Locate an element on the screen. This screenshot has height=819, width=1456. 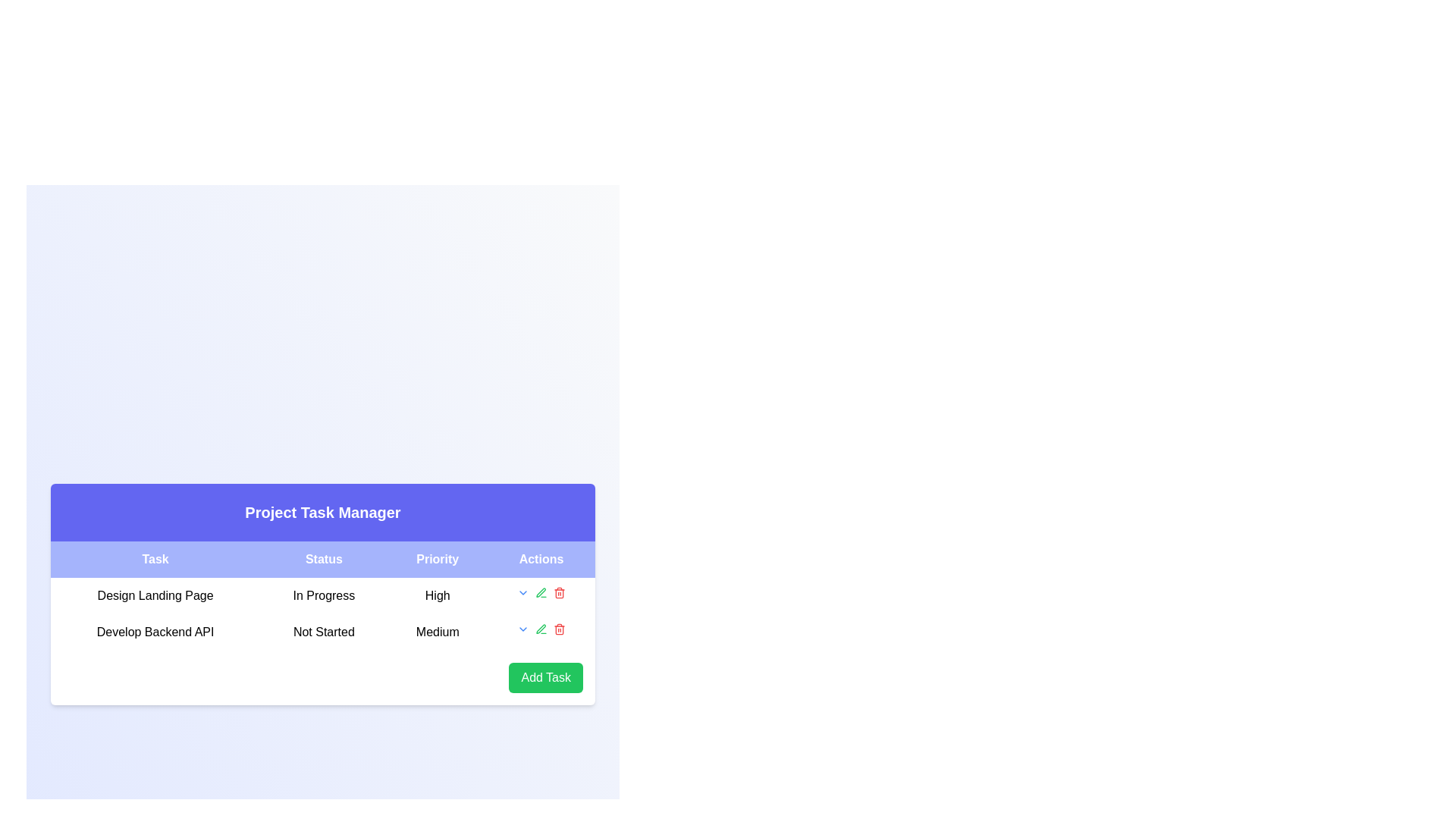
the text label displaying 'Not Started' in the 'Status' column of the second row for the task 'Develop Backend API' is located at coordinates (323, 632).